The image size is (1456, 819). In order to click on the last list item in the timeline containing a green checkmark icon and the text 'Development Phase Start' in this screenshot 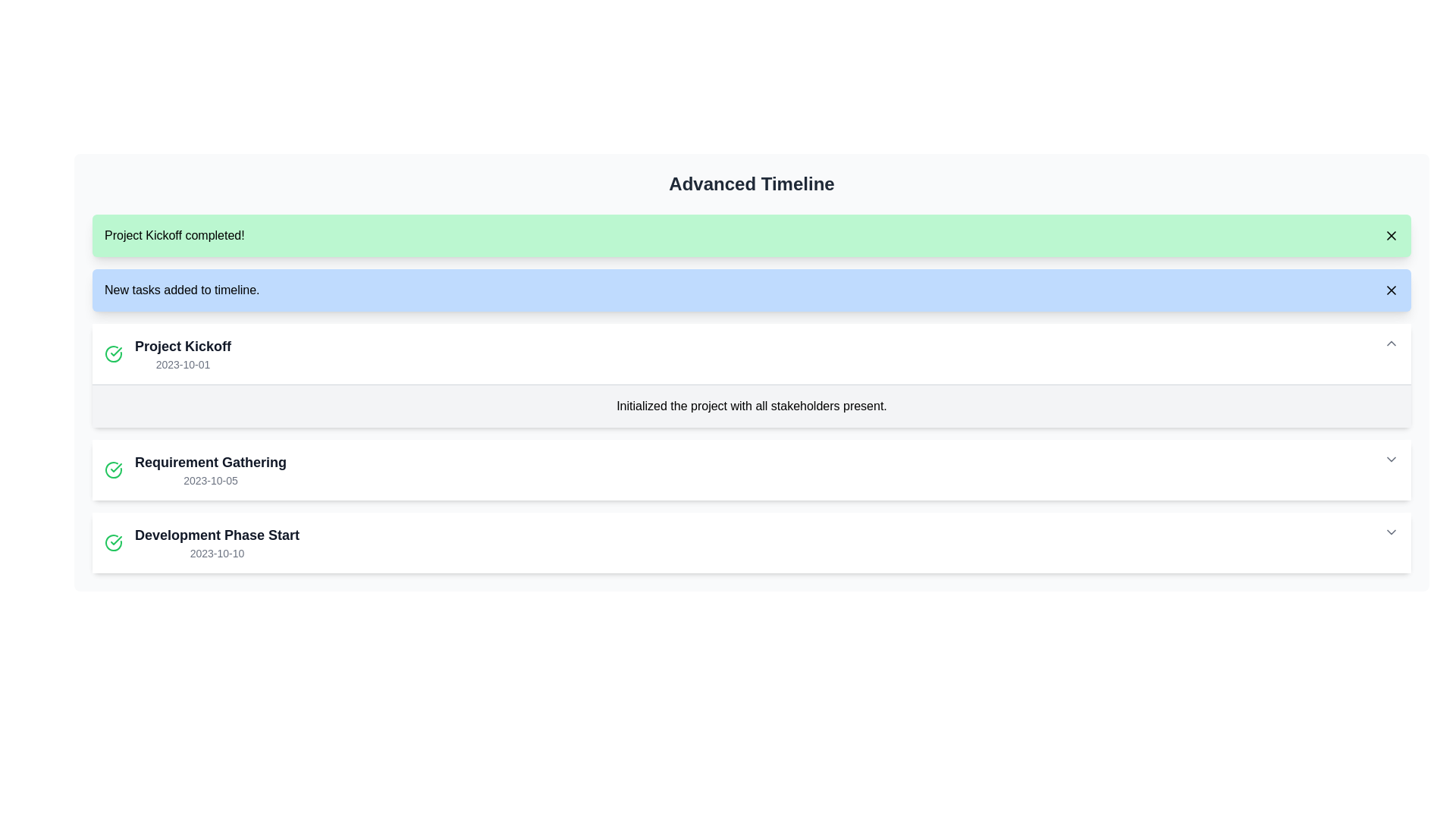, I will do `click(201, 542)`.